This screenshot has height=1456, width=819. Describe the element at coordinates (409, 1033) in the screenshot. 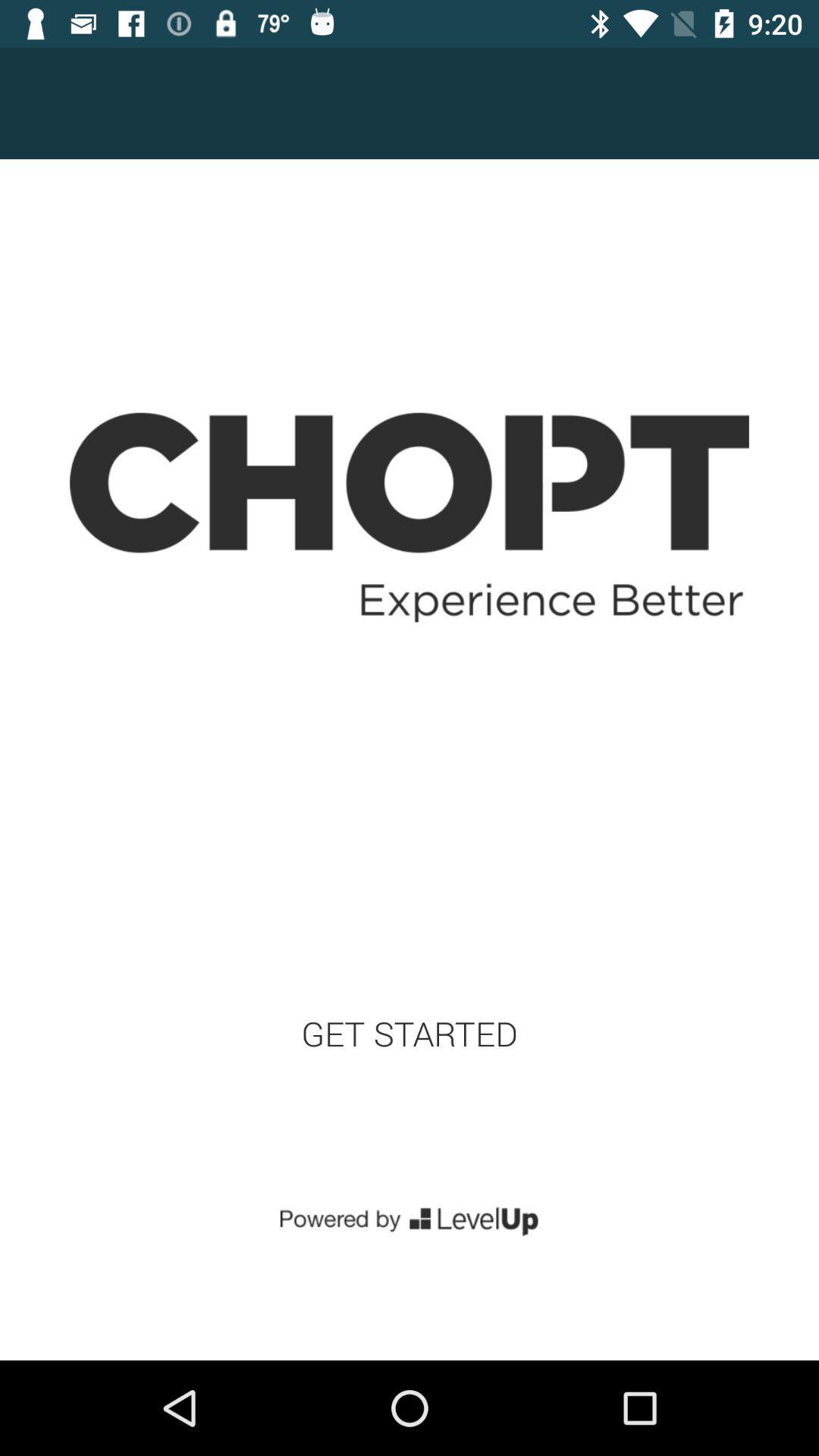

I see `get started icon` at that location.